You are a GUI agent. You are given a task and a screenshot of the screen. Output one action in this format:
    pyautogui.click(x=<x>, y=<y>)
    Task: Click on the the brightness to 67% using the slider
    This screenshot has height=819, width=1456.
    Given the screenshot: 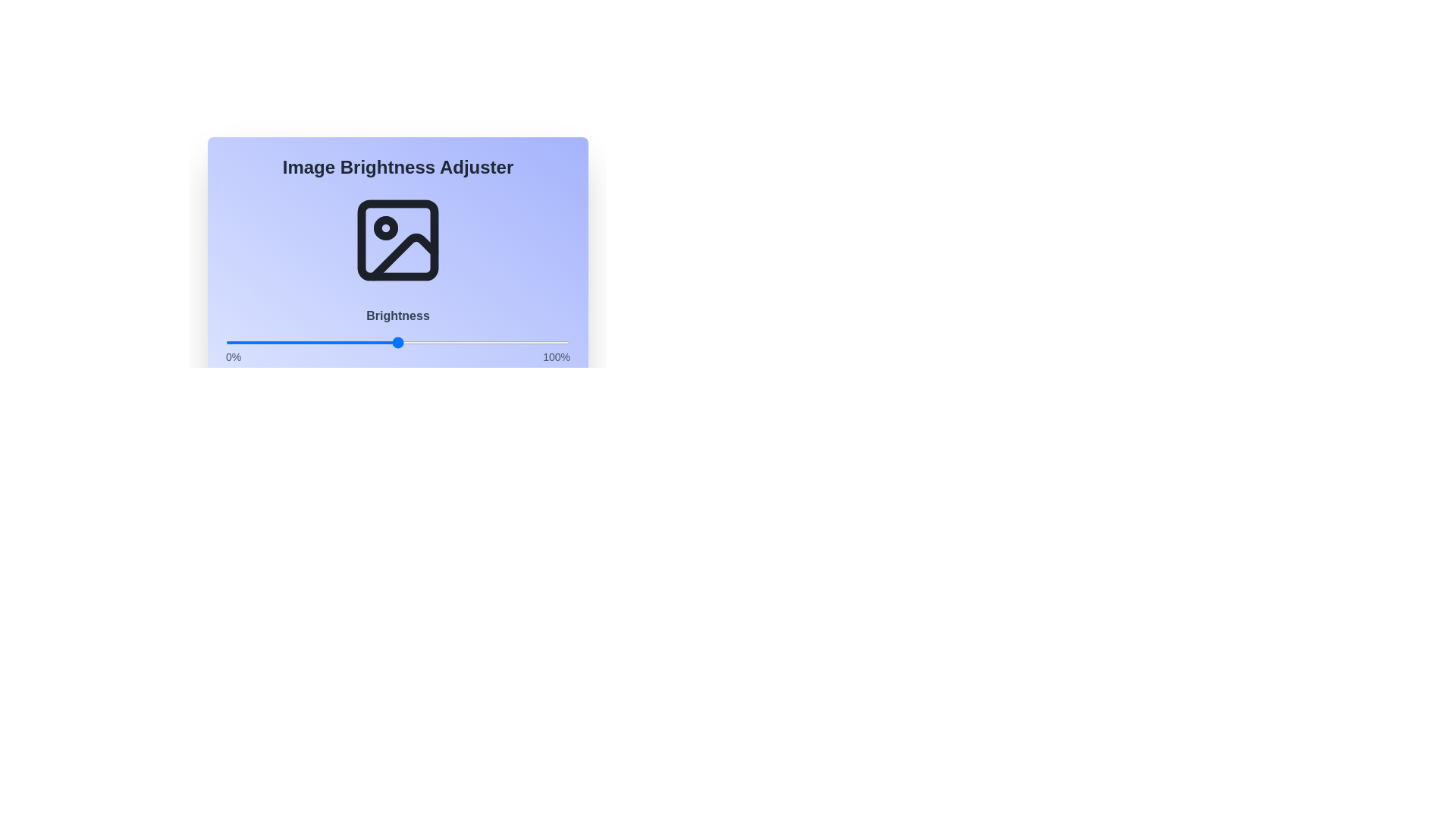 What is the action you would take?
    pyautogui.click(x=456, y=342)
    